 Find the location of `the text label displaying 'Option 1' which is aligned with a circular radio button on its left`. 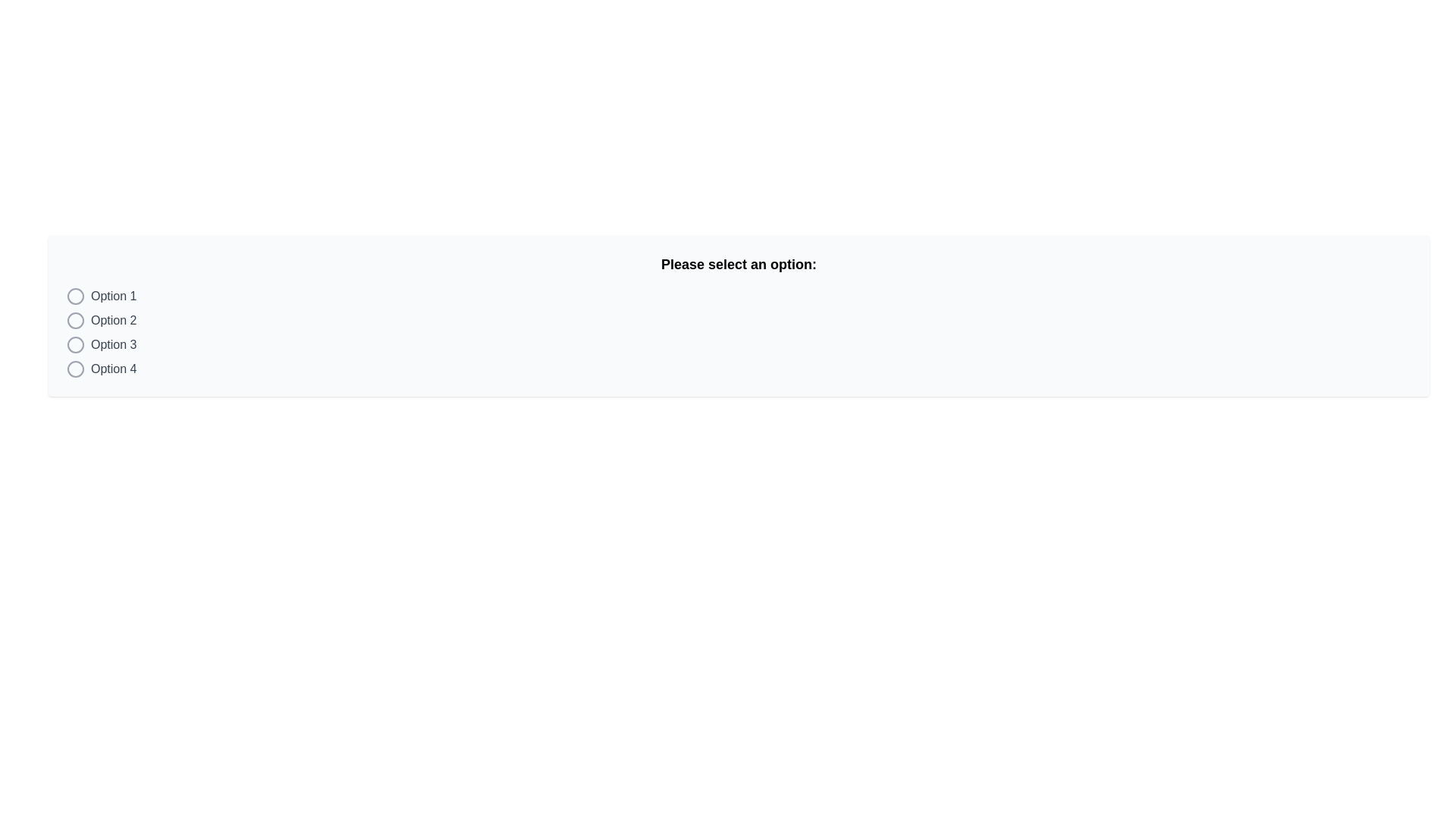

the text label displaying 'Option 1' which is aligned with a circular radio button on its left is located at coordinates (113, 296).